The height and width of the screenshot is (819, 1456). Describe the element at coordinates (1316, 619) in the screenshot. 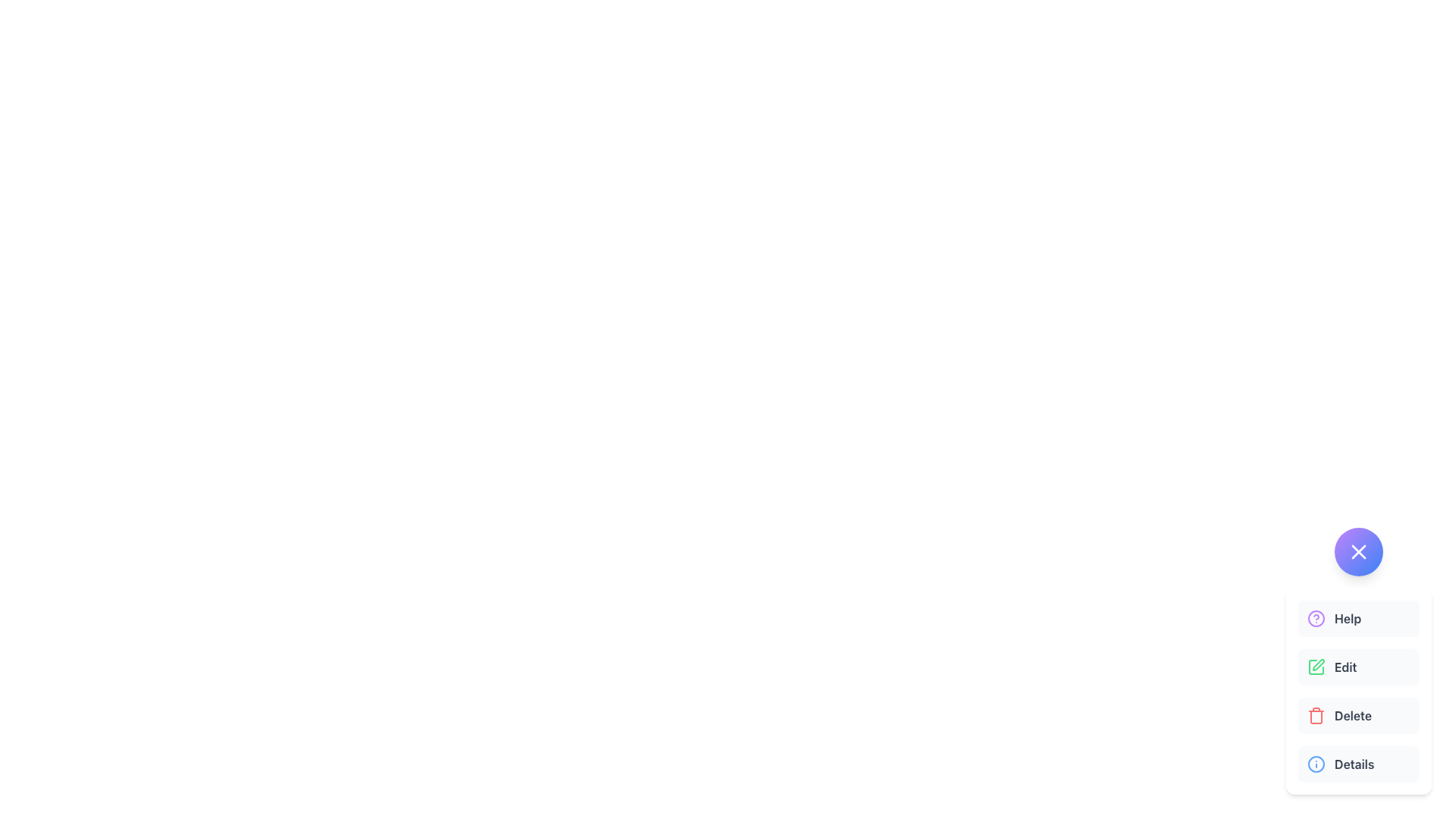

I see `the help icon located in the vertical menu, which is the first item under the 'Help' option` at that location.